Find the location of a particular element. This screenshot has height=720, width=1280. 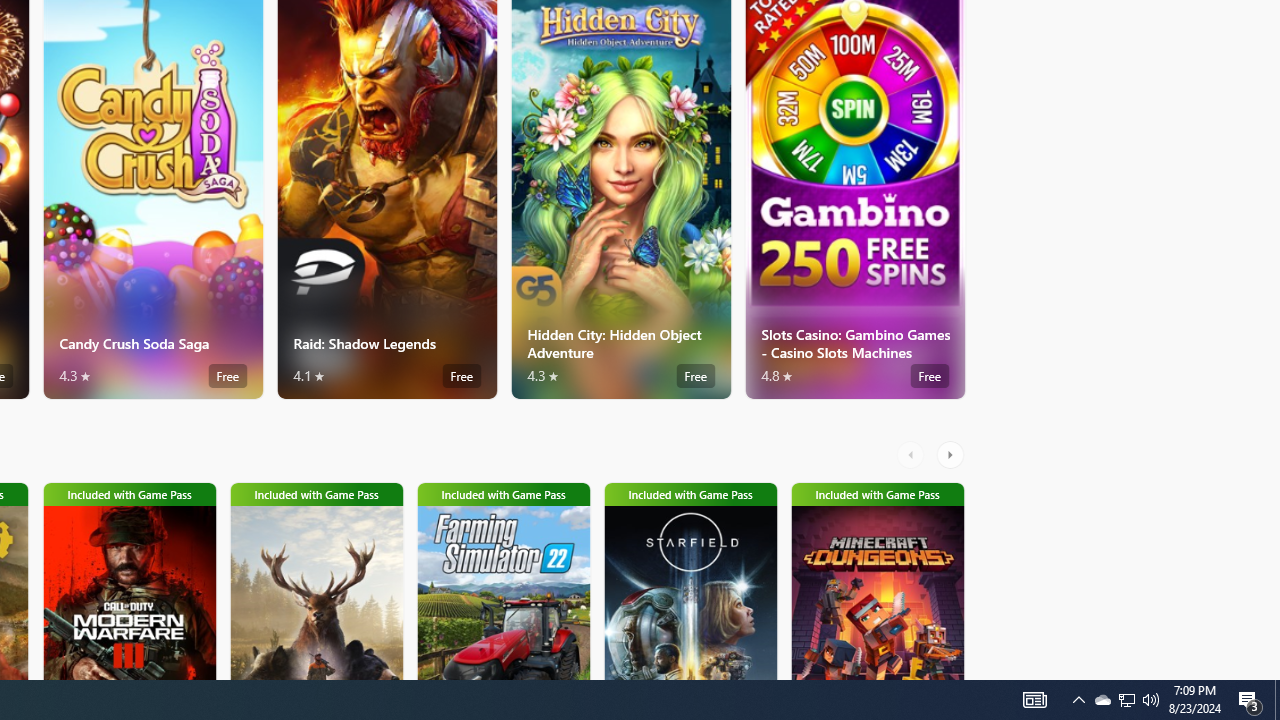

'AutomationID: LeftScrollButton' is located at coordinates (912, 455).